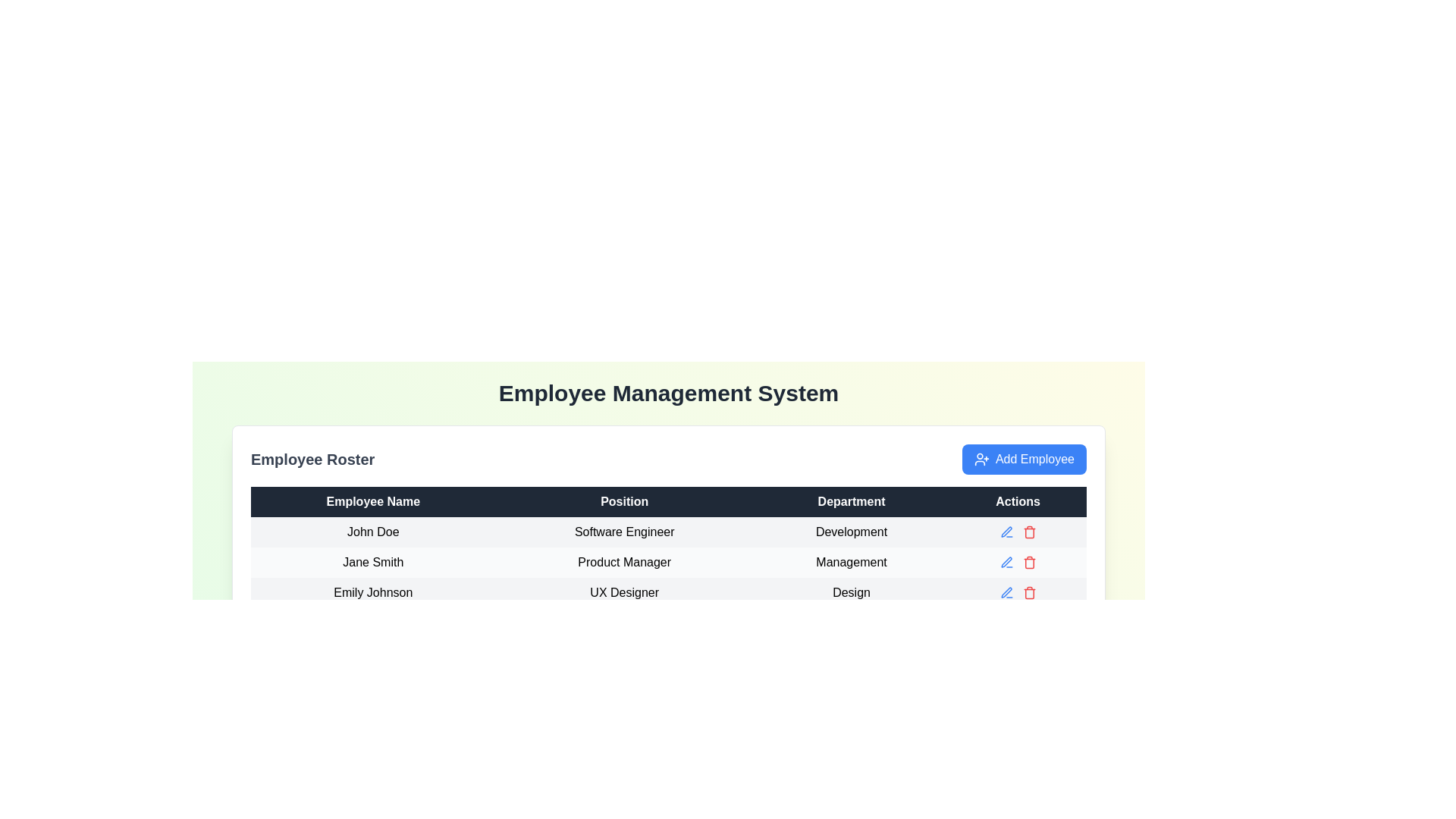 The width and height of the screenshot is (1456, 819). I want to click on the blue pen icon button in the 'Actions' column of the third row associated with 'Emily Johnson' in the 'Design' department to initiate an edit action, so click(1006, 592).